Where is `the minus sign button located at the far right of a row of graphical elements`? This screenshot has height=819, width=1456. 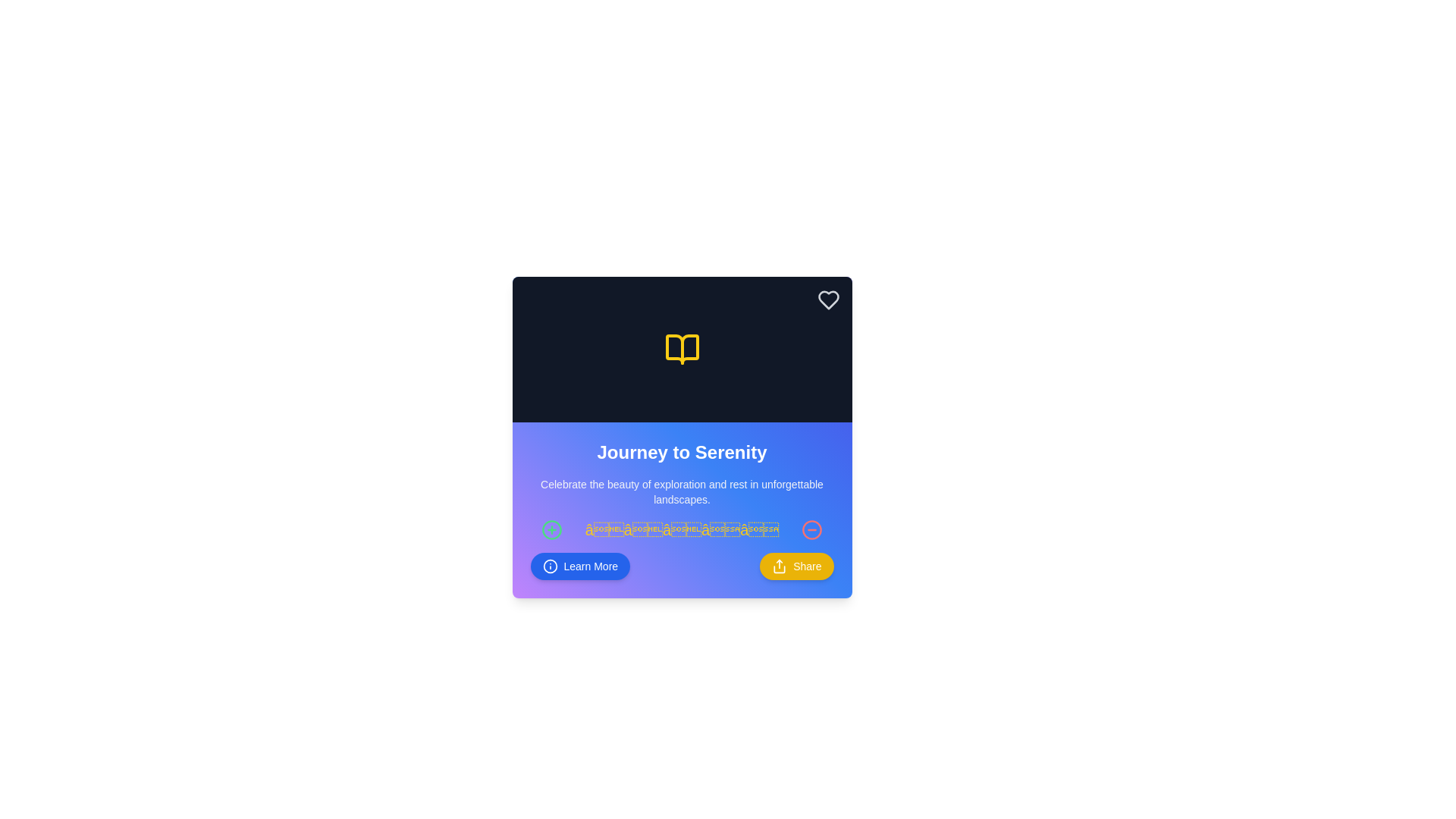
the minus sign button located at the far right of a row of graphical elements is located at coordinates (811, 529).